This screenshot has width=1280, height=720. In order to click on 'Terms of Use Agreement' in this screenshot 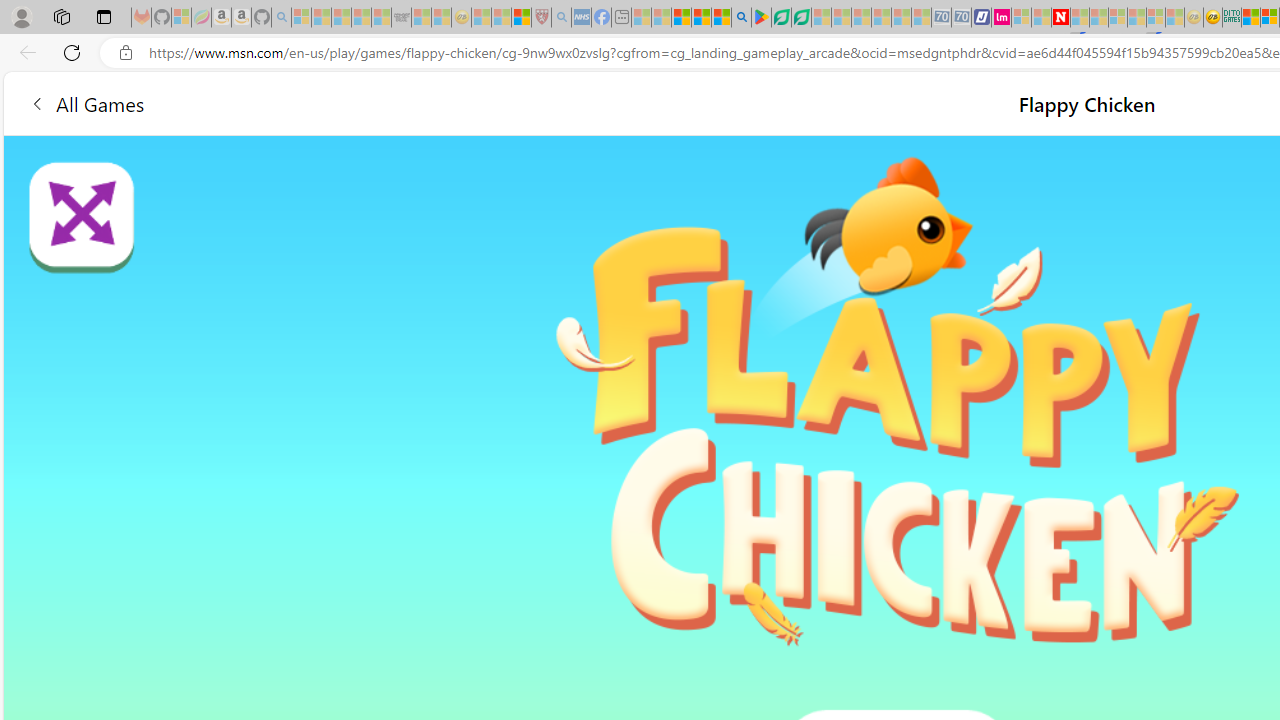, I will do `click(780, 17)`.